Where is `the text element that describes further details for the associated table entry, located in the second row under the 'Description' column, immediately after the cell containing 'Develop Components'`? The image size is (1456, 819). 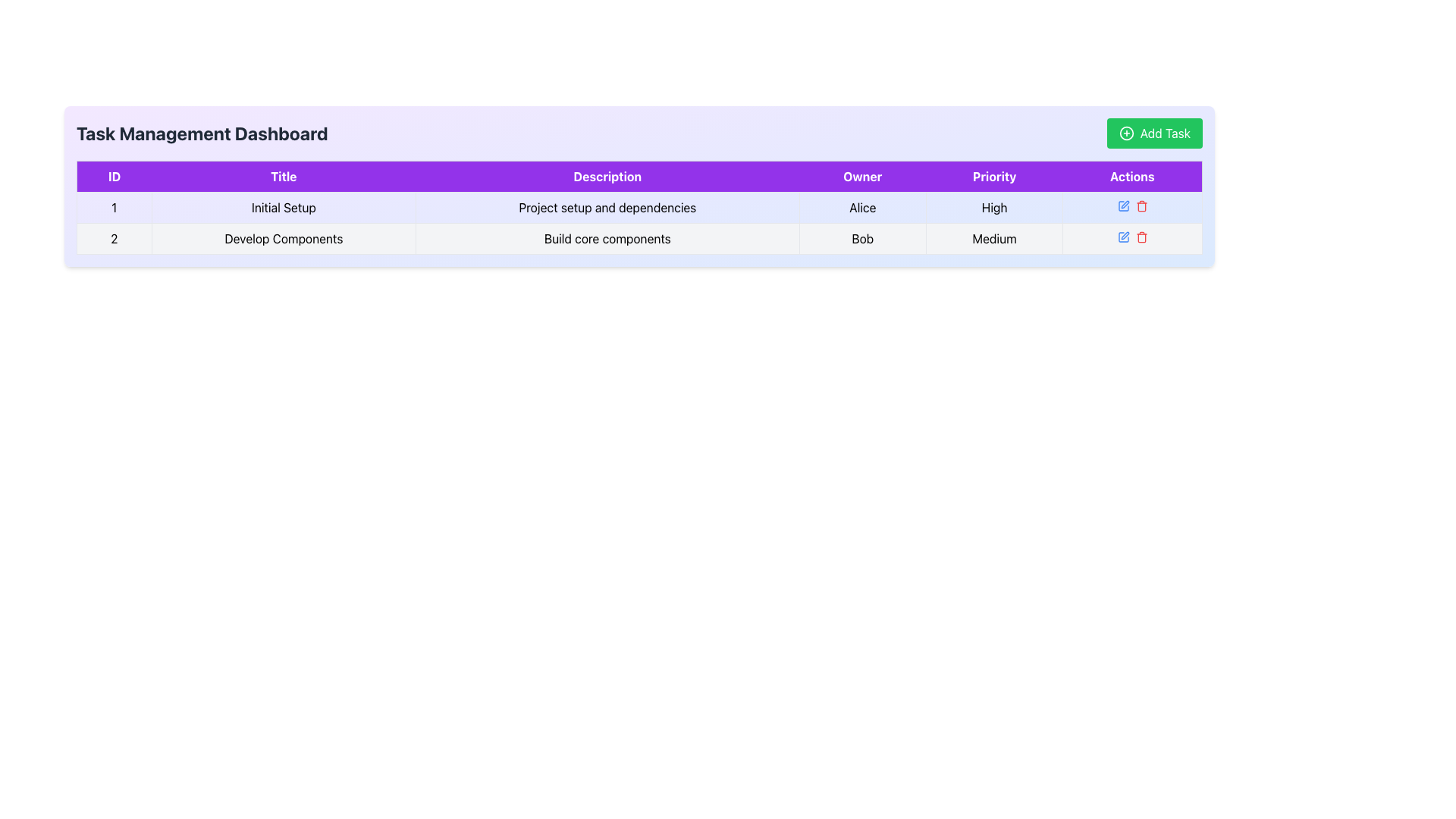 the text element that describes further details for the associated table entry, located in the second row under the 'Description' column, immediately after the cell containing 'Develop Components' is located at coordinates (607, 239).